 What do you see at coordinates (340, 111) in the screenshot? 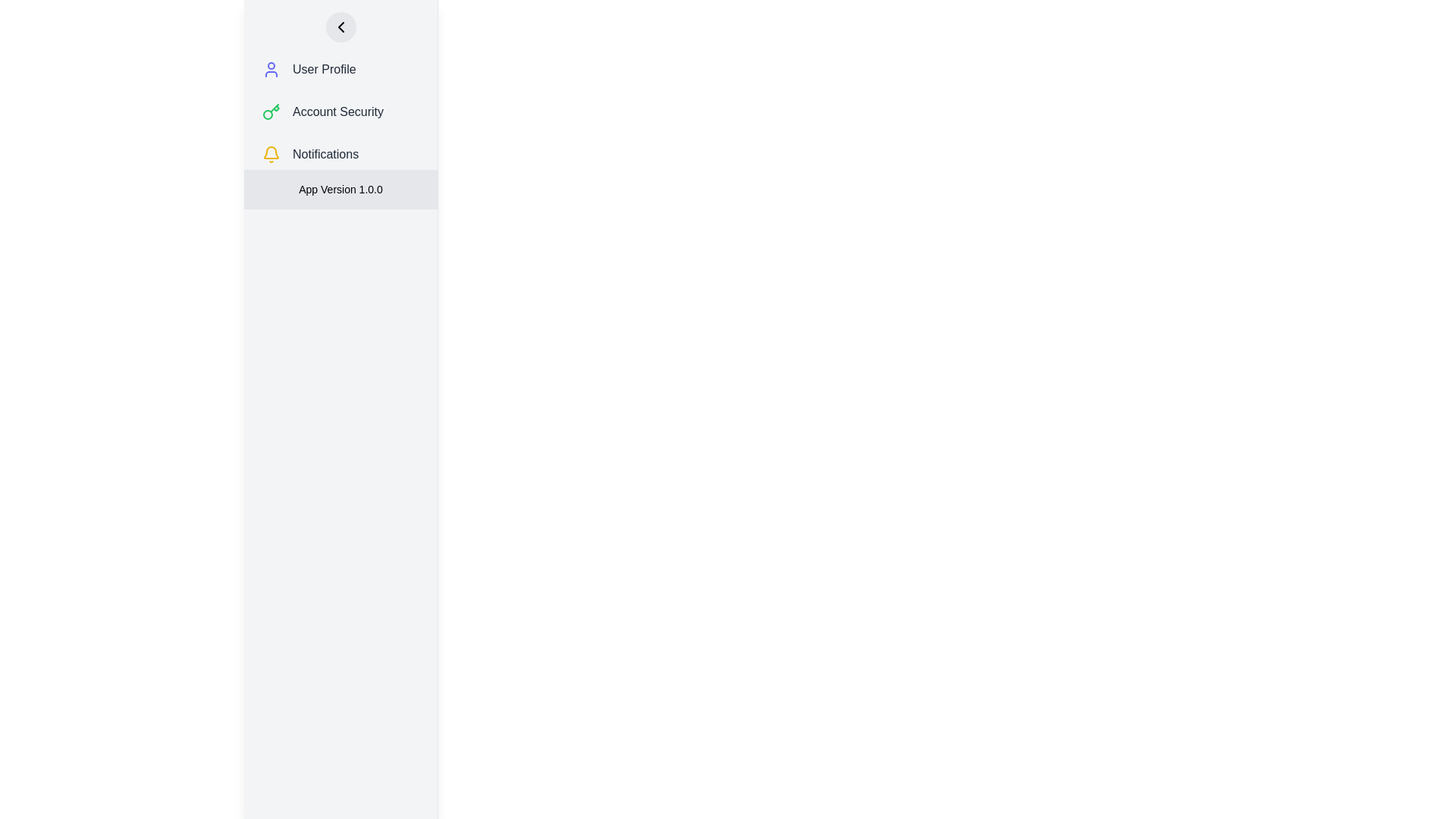
I see `the 'Account Security' button, which is the second item in a vertical list in the left sidebar` at bounding box center [340, 111].